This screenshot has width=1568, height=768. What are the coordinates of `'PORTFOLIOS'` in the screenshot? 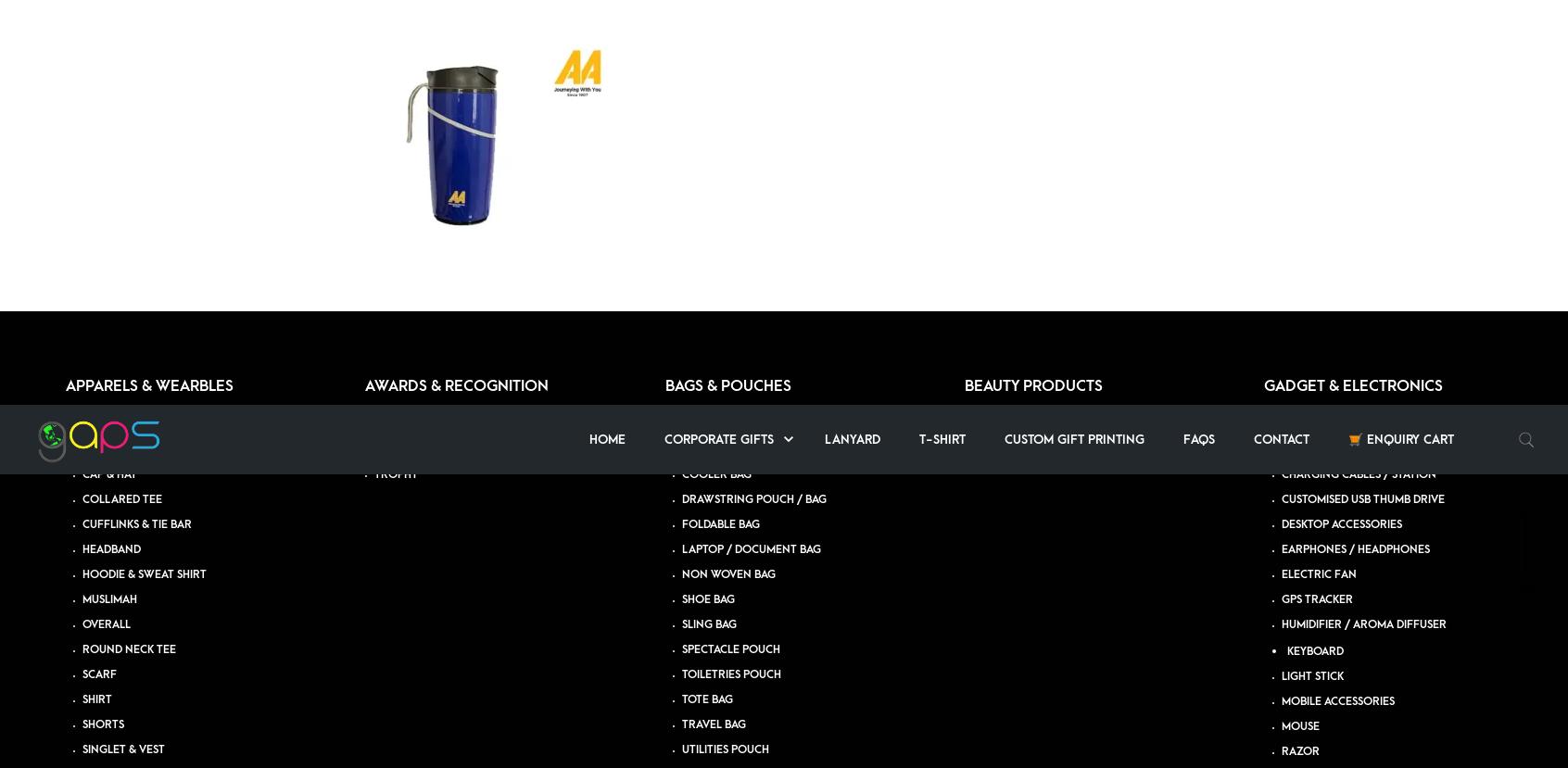 It's located at (1016, 136).